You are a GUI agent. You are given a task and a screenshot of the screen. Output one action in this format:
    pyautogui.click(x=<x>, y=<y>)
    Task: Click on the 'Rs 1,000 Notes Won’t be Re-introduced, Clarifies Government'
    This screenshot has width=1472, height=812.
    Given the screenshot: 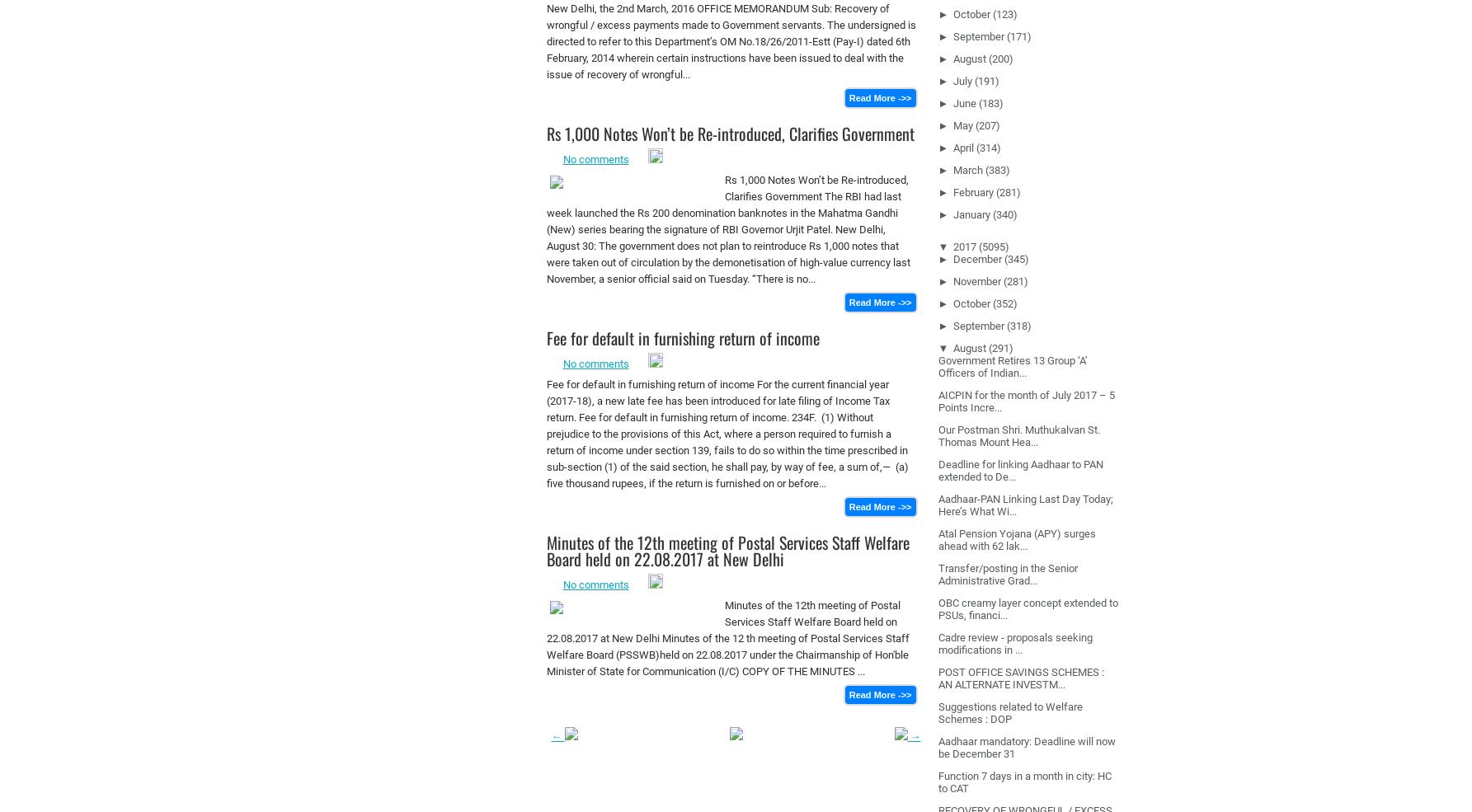 What is the action you would take?
    pyautogui.click(x=730, y=134)
    